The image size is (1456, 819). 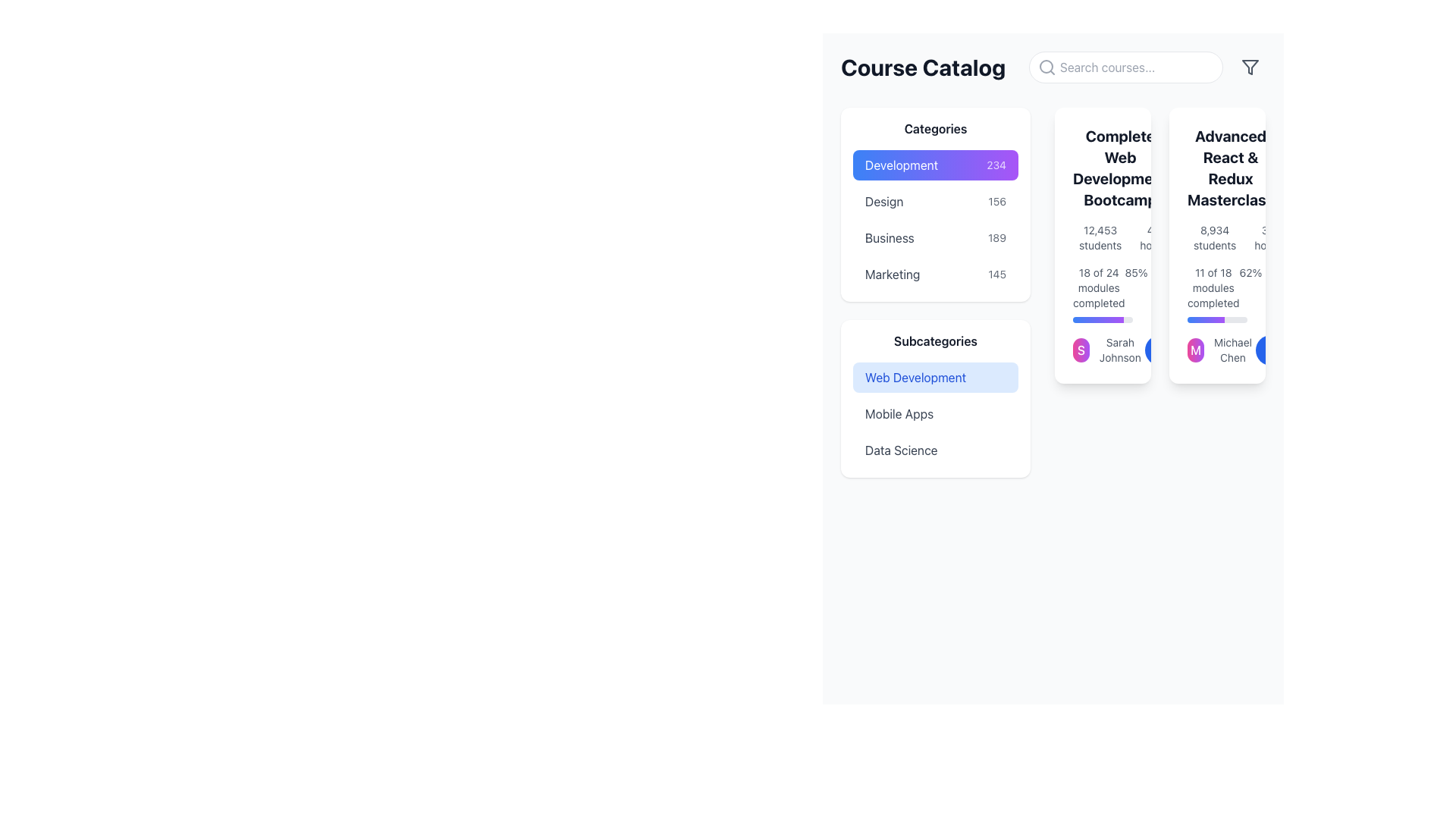 What do you see at coordinates (934, 275) in the screenshot?
I see `the 'Marketing' button displaying '145'` at bounding box center [934, 275].